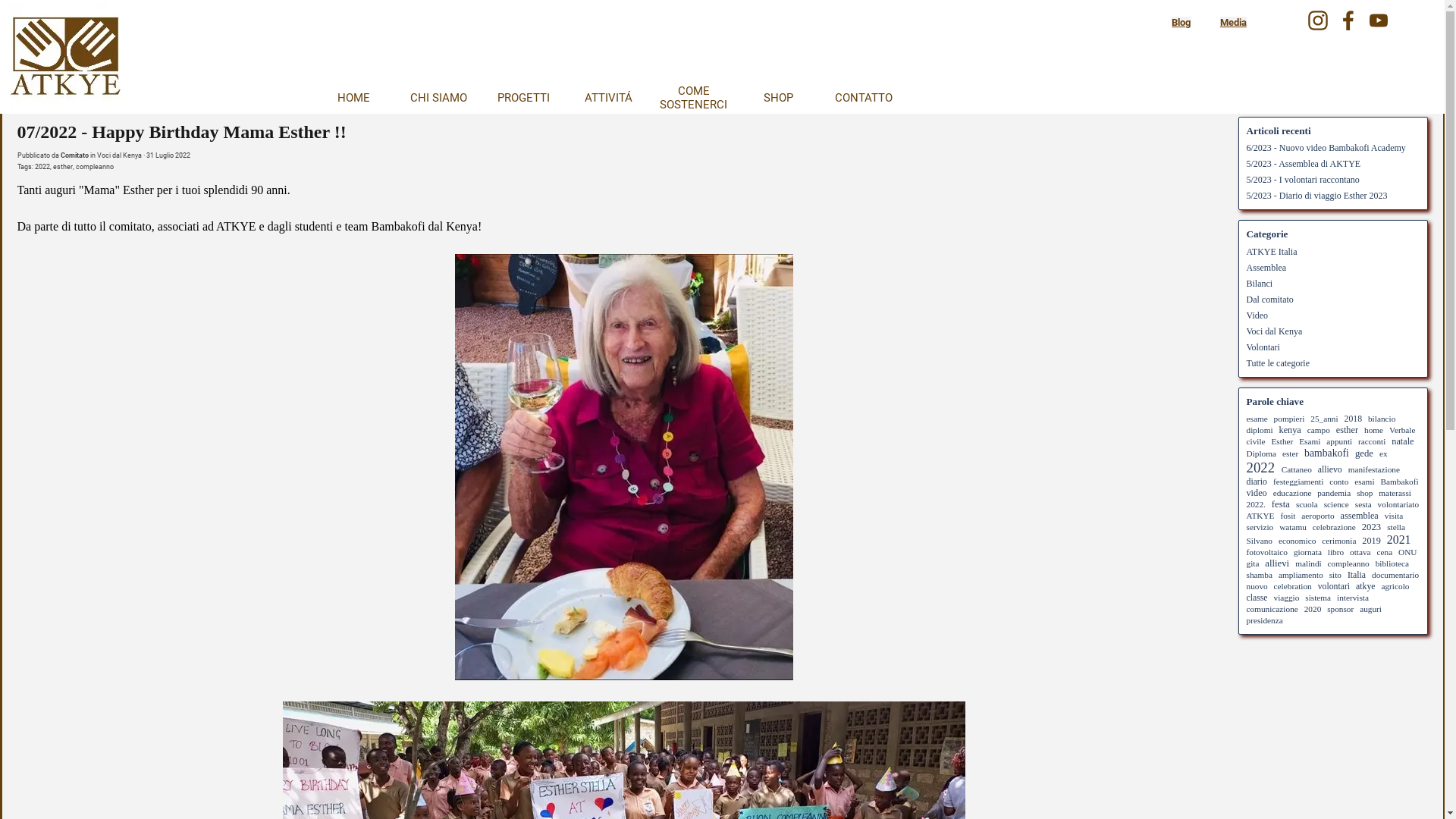 The height and width of the screenshot is (819, 1456). I want to click on 'presidenza', so click(1264, 620).